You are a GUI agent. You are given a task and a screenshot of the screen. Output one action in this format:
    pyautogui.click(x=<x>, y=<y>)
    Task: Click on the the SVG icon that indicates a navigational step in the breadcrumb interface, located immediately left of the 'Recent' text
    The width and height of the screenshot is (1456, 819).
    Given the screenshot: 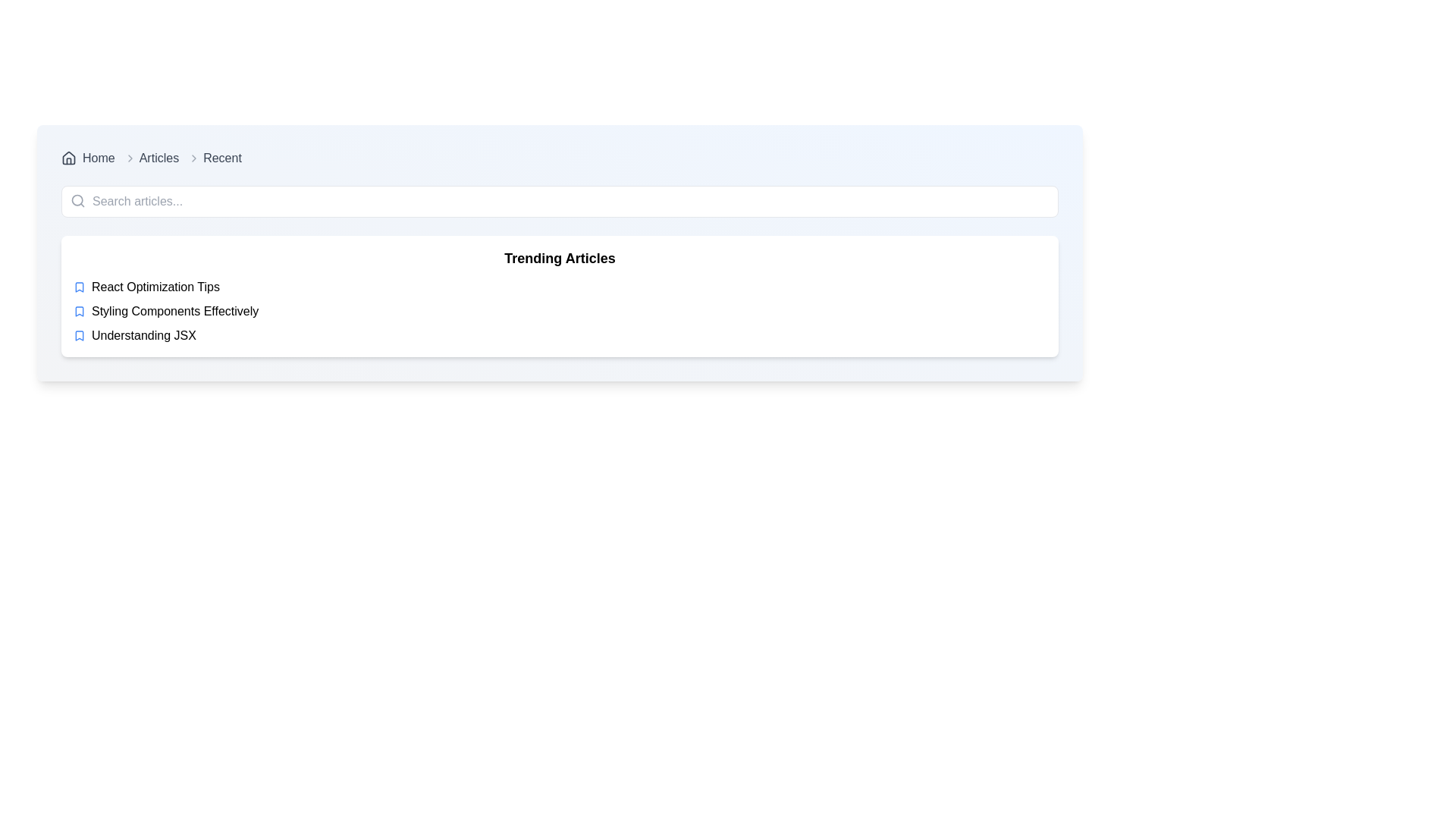 What is the action you would take?
    pyautogui.click(x=193, y=158)
    